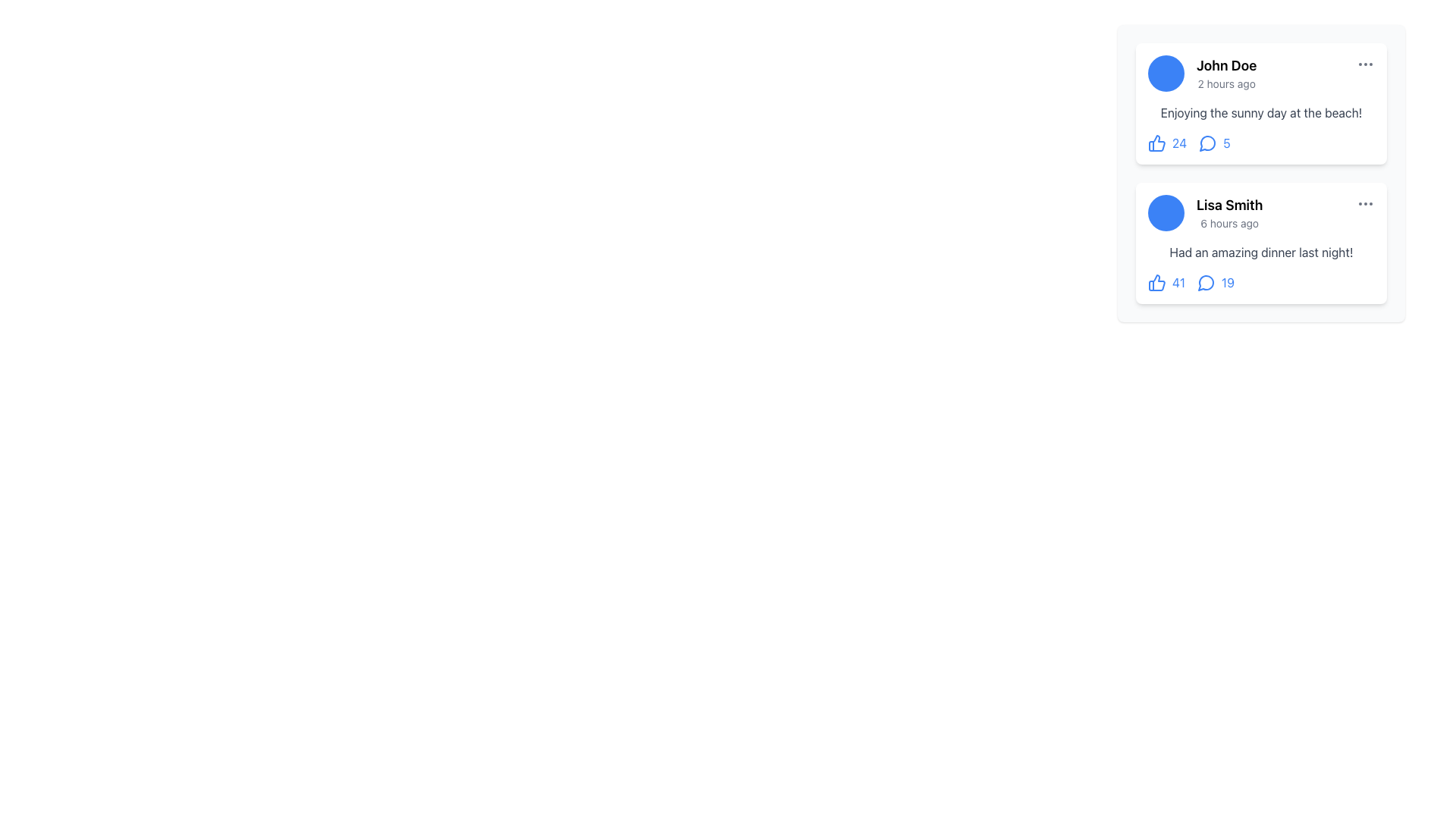  I want to click on the blue circular avatar or profile picture located on the left side of the post interface, which contains the username 'John Doe' and the timestamp '2 hours ago', so click(1165, 73).